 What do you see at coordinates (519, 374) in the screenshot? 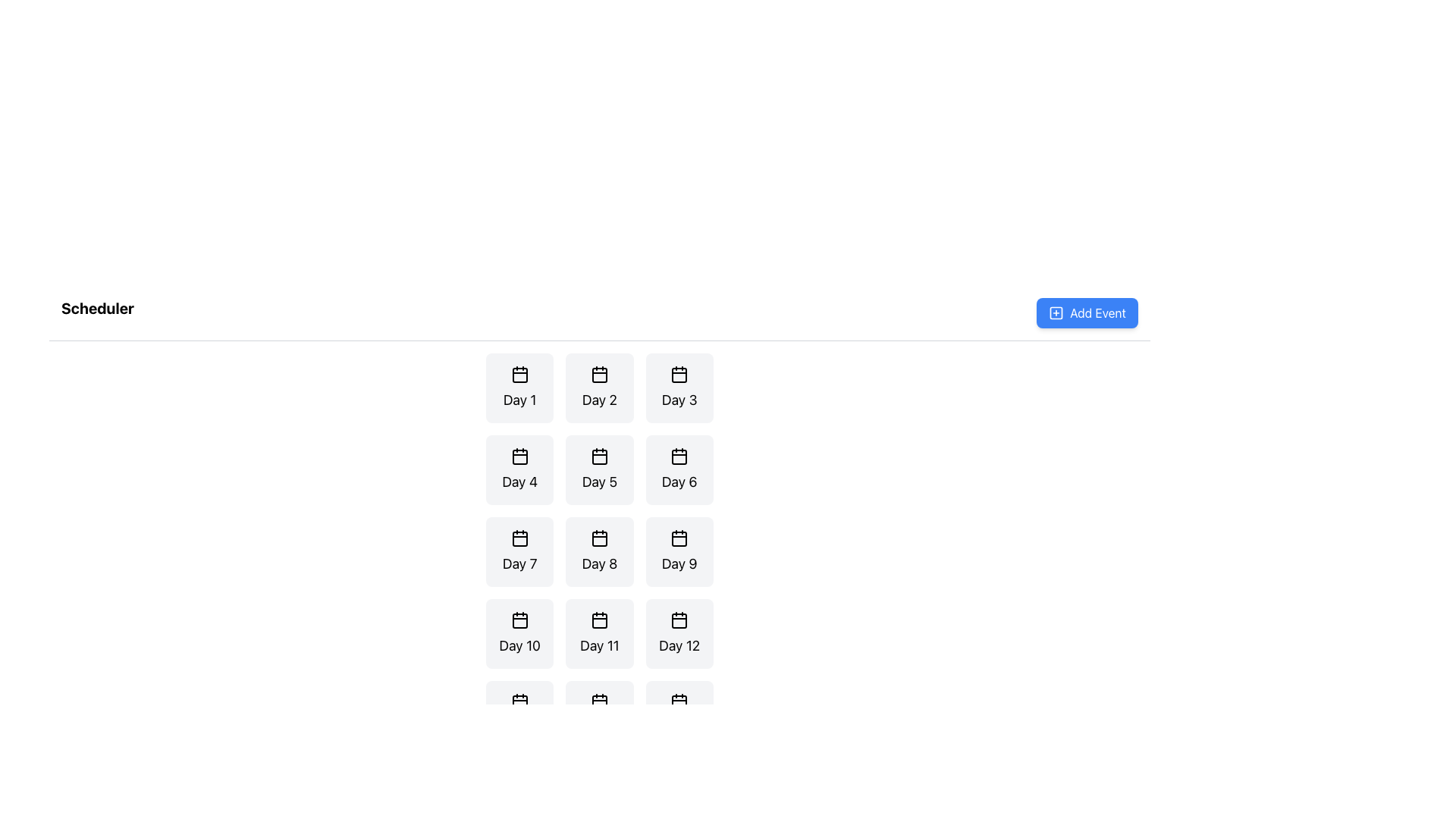
I see `the calendar icon located` at bounding box center [519, 374].